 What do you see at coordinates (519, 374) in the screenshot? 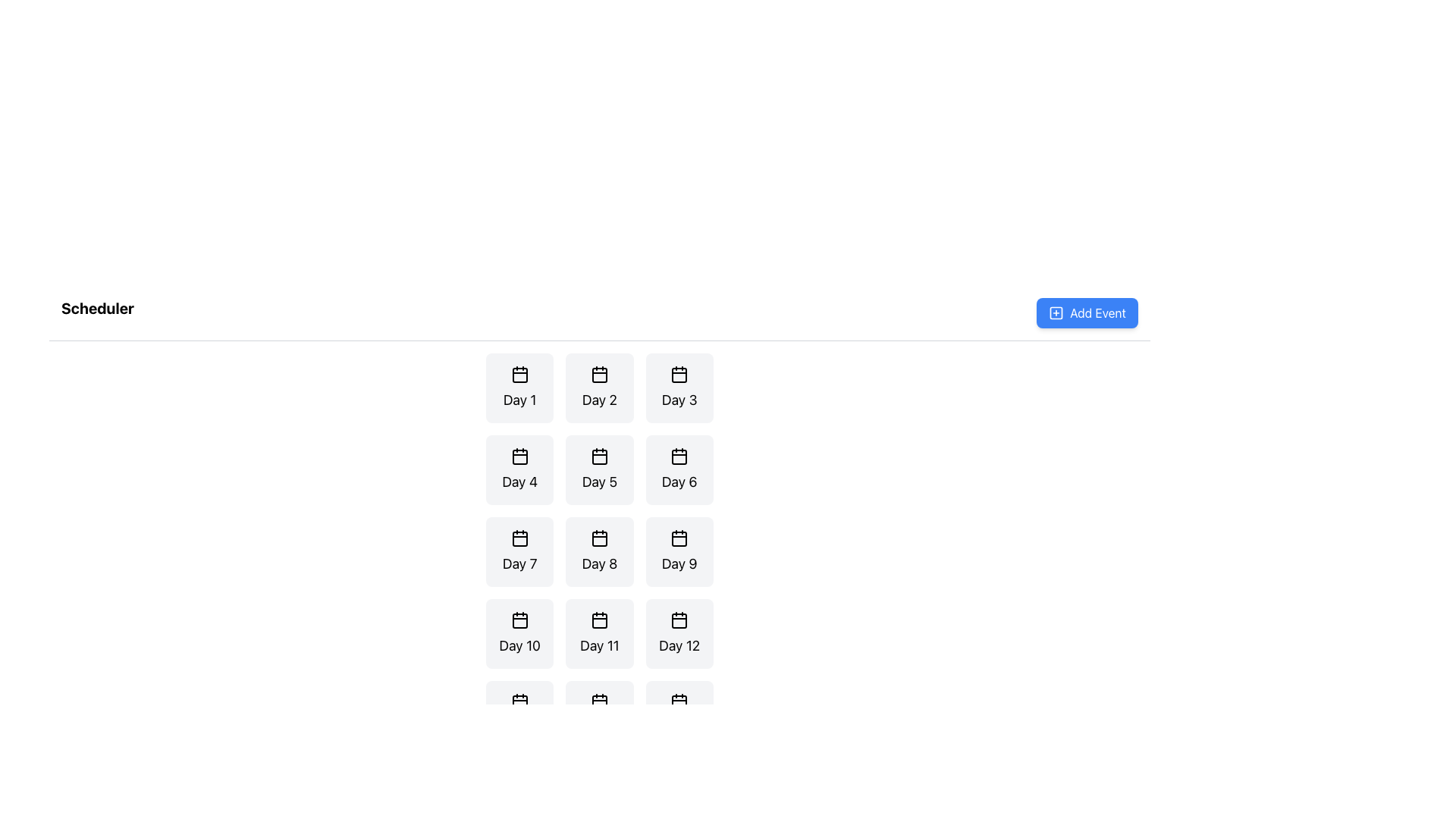
I see `the calendar icon located` at bounding box center [519, 374].